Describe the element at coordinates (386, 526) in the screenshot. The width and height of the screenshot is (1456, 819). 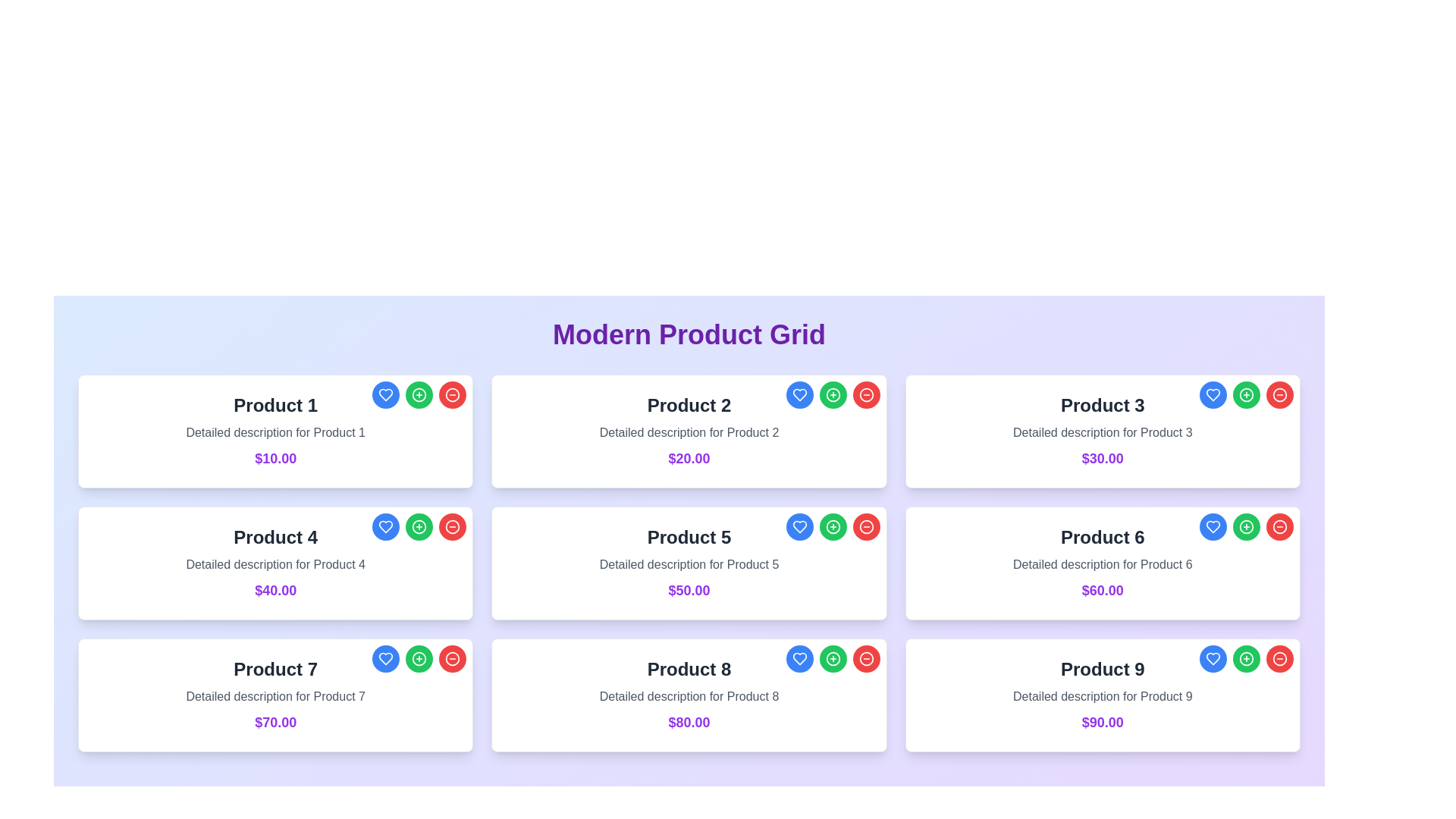
I see `the heart-shaped like icon with a blue outline located at the top-right corner of the card labeled 'Product 7'` at that location.